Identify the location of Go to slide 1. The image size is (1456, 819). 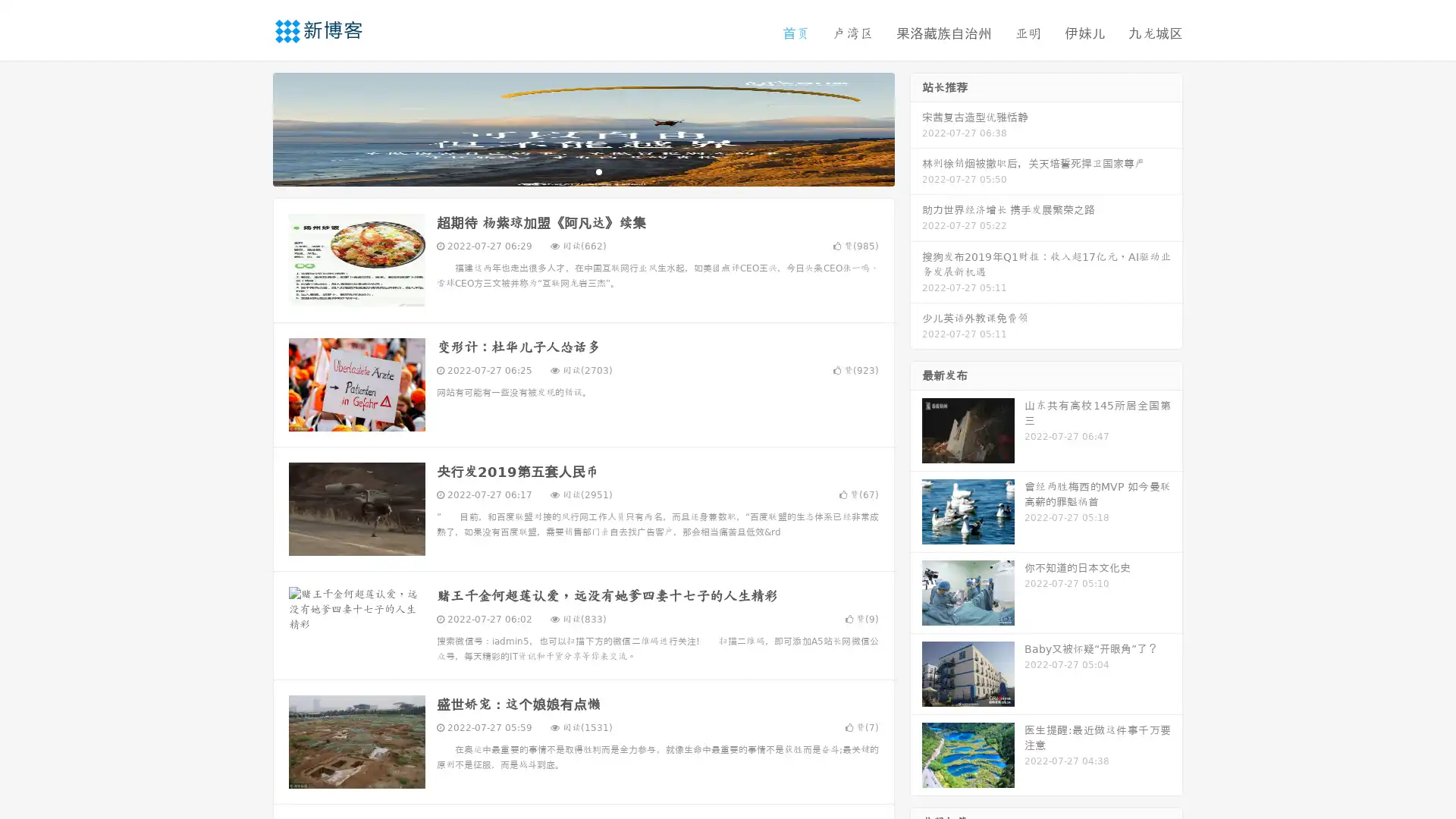
(567, 171).